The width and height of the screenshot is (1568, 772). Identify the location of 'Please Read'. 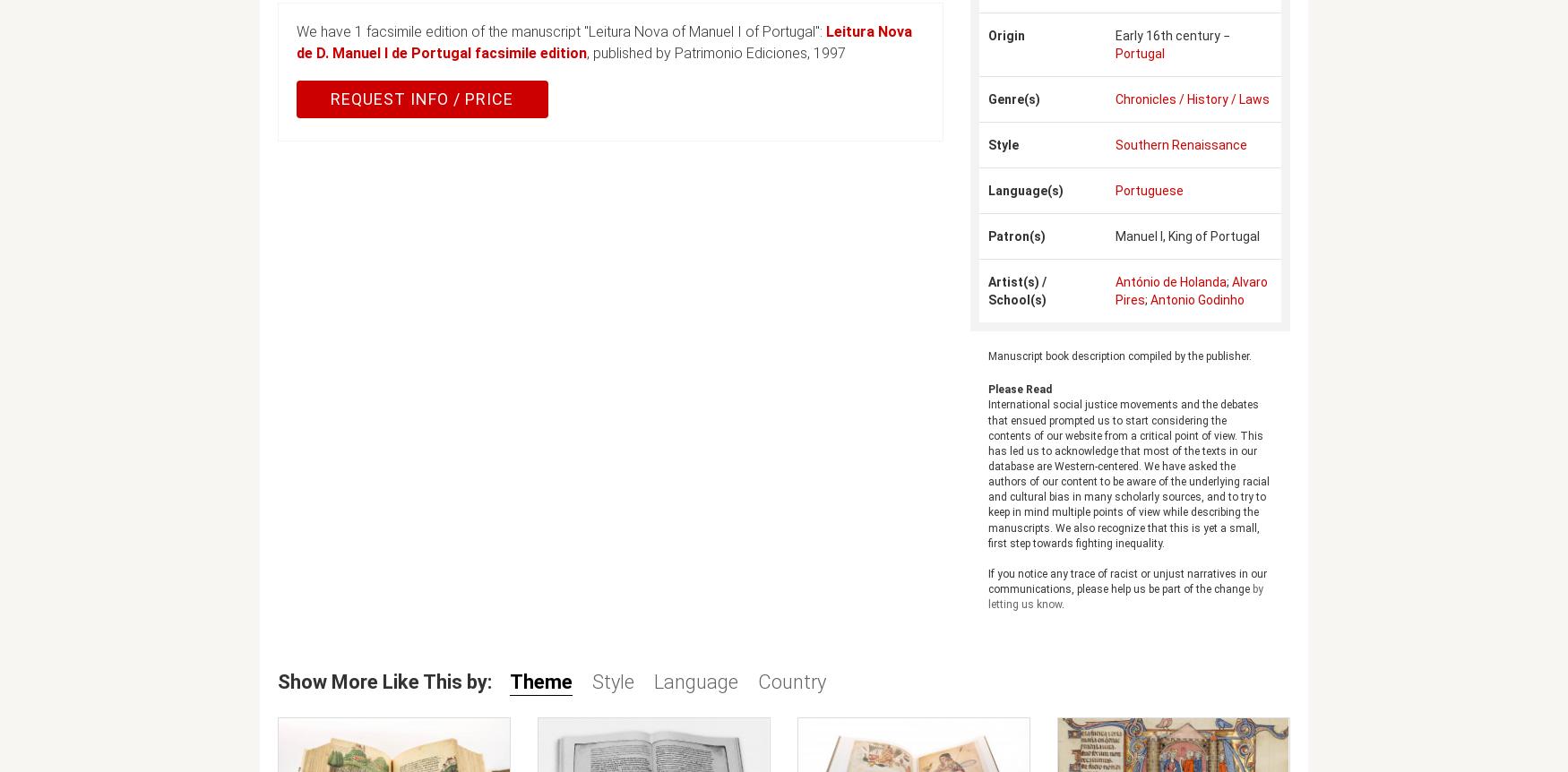
(1019, 389).